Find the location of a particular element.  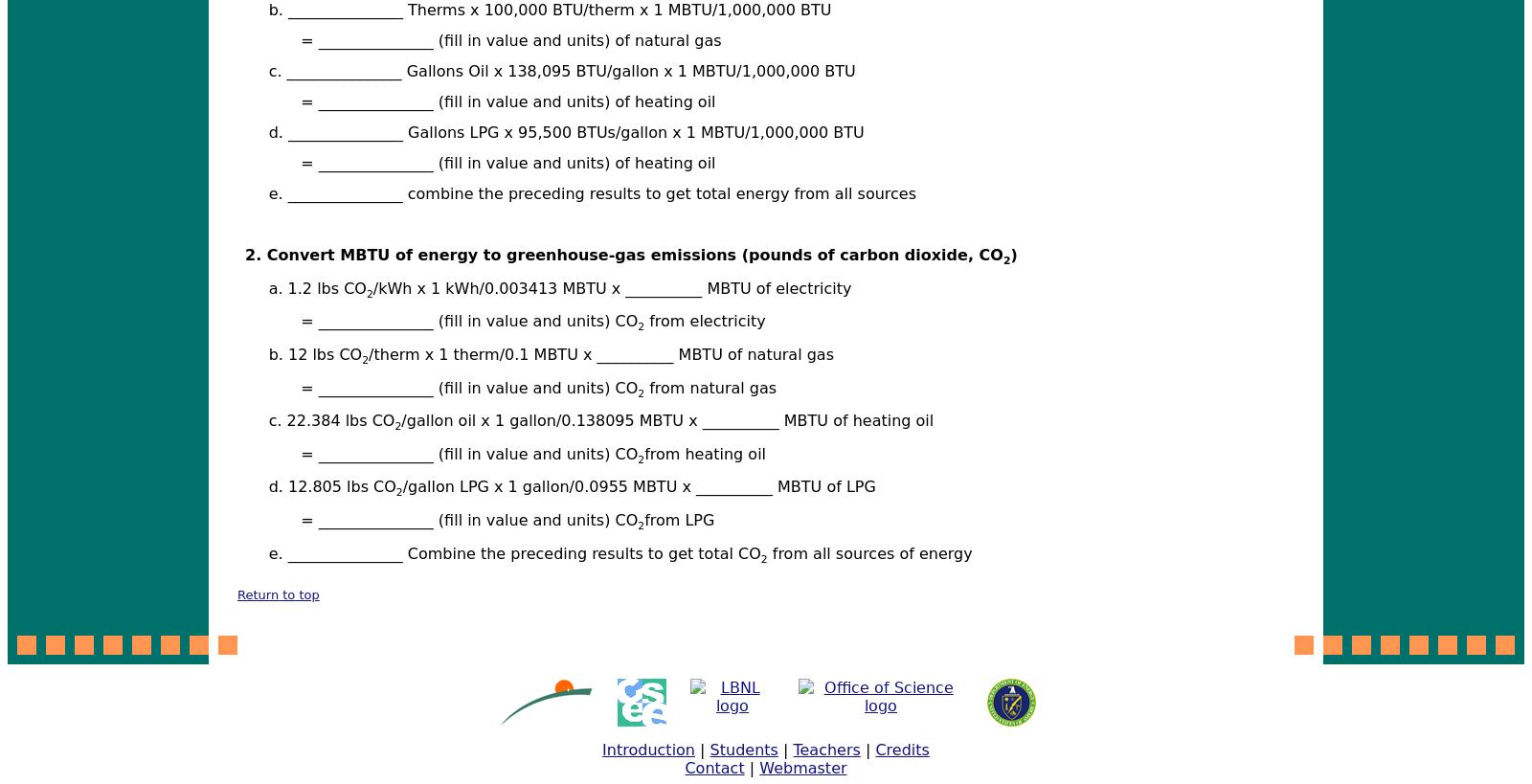

'from natural gas' is located at coordinates (710, 386).